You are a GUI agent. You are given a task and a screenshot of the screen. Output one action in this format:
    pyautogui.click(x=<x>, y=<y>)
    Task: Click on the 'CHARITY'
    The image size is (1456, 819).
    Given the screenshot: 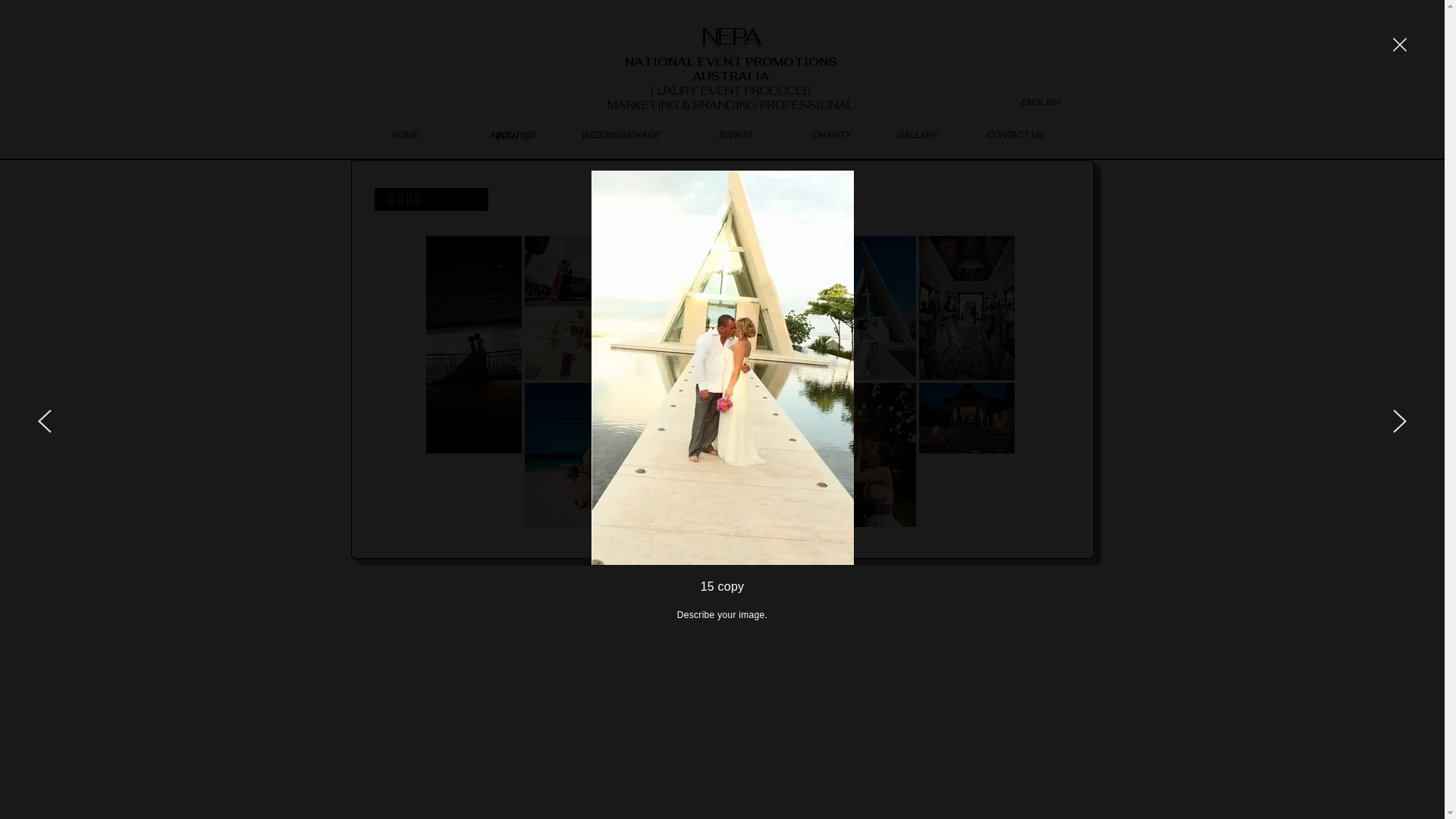 What is the action you would take?
    pyautogui.click(x=830, y=133)
    